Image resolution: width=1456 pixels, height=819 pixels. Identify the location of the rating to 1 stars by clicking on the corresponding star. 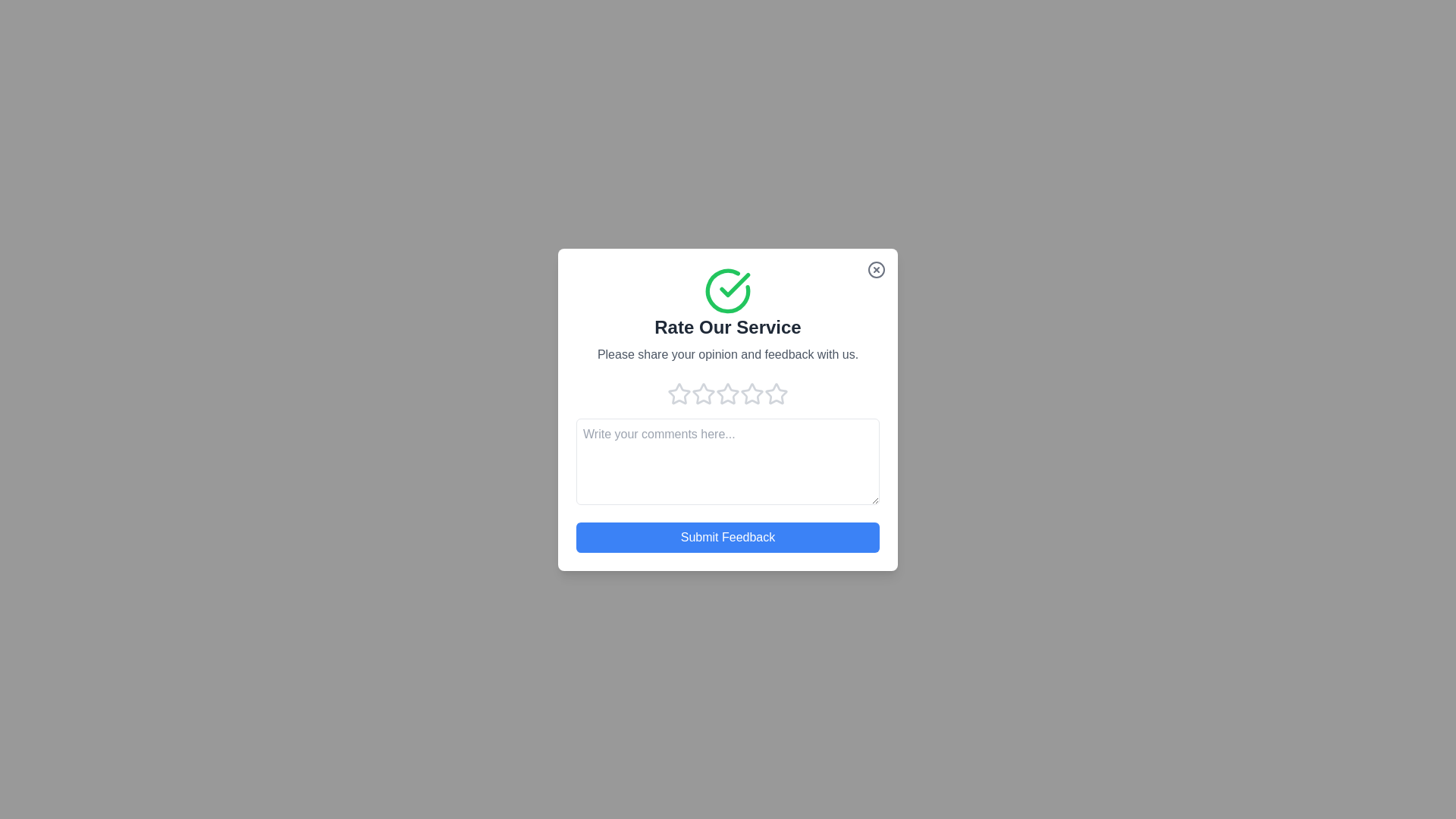
(679, 393).